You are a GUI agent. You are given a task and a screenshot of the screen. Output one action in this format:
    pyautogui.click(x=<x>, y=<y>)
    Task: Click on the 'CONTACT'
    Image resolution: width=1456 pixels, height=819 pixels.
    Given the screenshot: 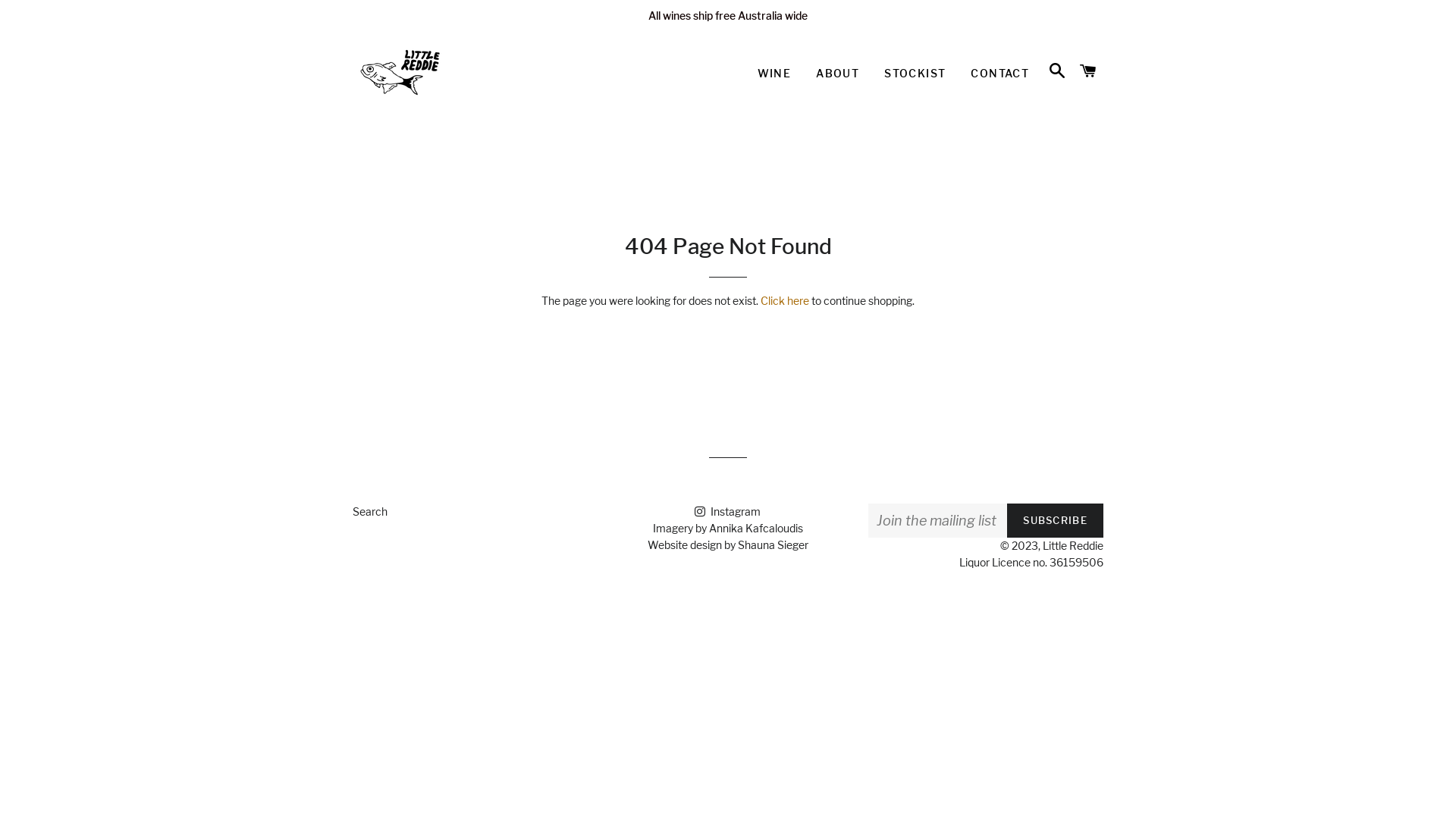 What is the action you would take?
    pyautogui.click(x=999, y=73)
    